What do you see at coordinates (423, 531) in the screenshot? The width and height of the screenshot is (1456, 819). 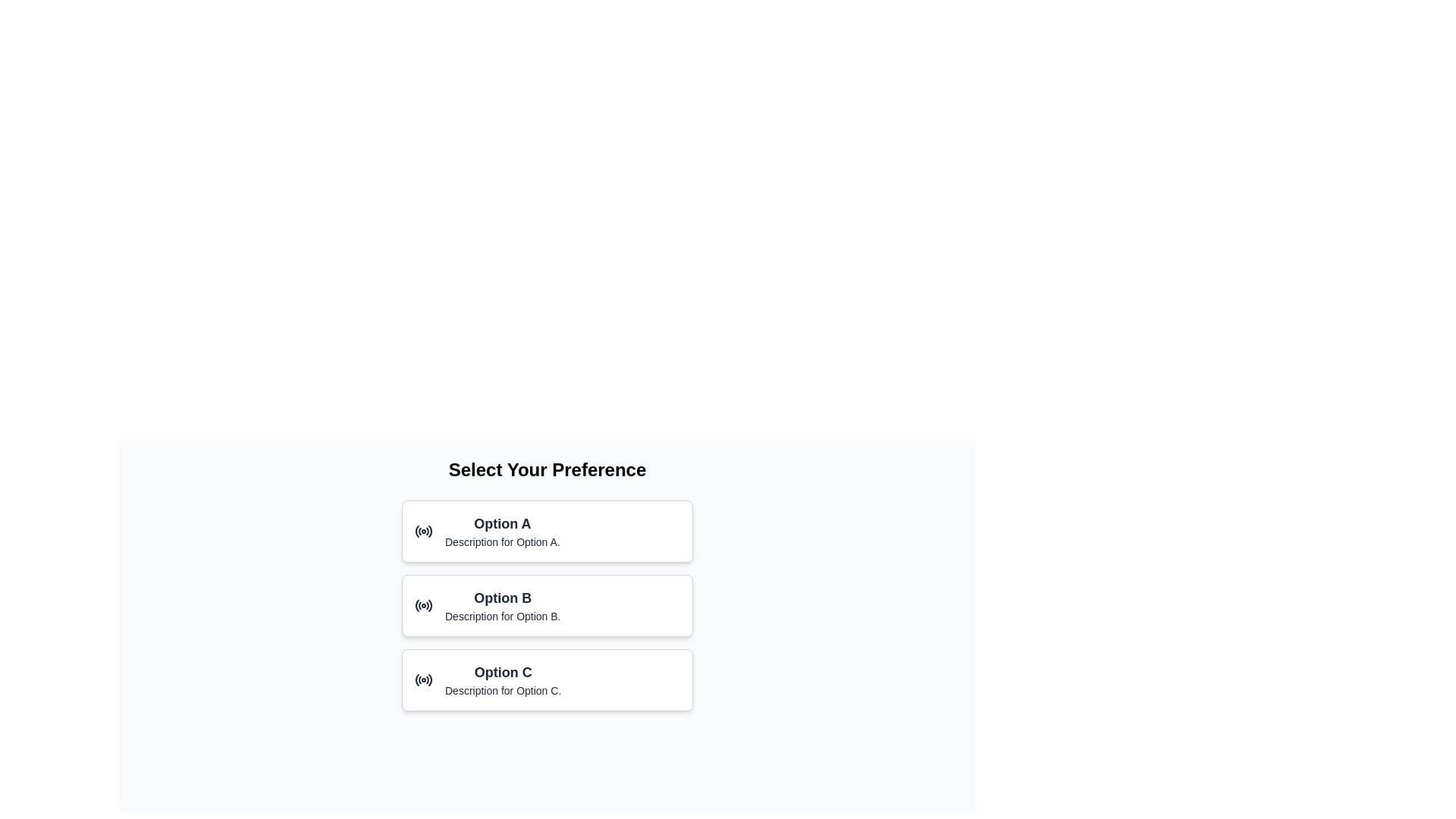 I see `the 'Option A' radio button to enable keyboard interaction` at bounding box center [423, 531].